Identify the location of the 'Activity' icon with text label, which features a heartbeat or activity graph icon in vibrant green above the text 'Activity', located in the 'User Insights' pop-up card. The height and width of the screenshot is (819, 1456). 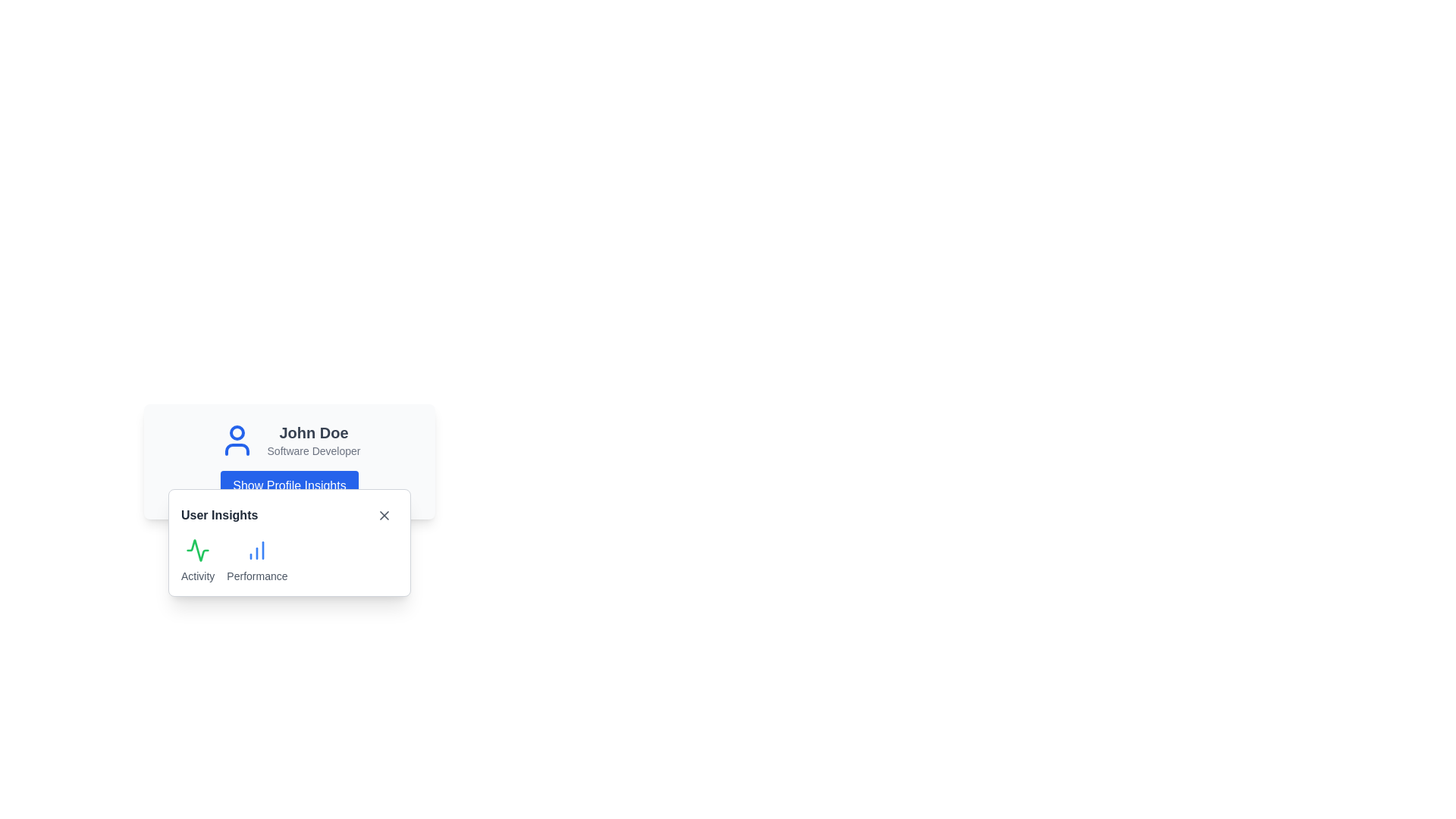
(197, 561).